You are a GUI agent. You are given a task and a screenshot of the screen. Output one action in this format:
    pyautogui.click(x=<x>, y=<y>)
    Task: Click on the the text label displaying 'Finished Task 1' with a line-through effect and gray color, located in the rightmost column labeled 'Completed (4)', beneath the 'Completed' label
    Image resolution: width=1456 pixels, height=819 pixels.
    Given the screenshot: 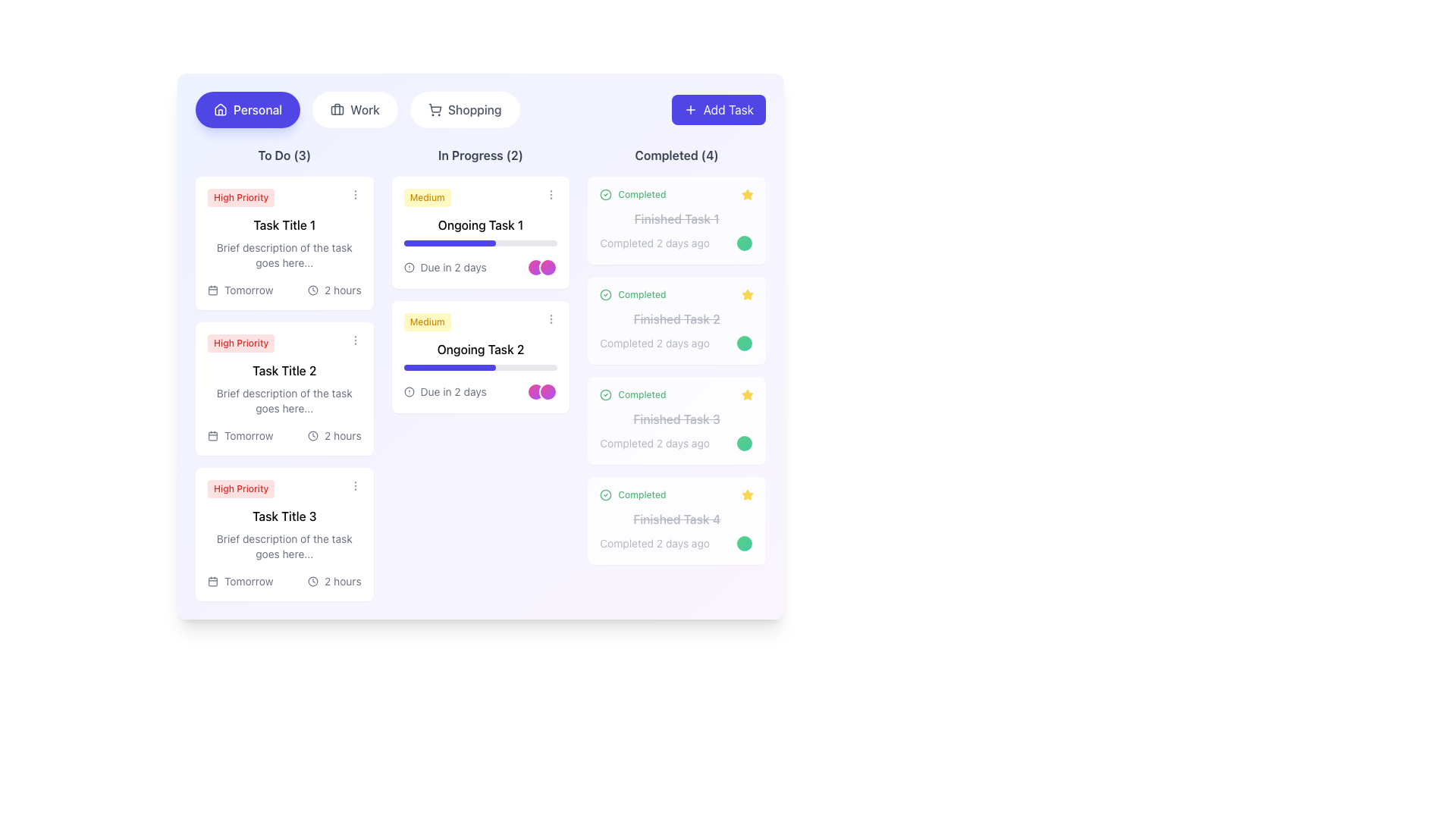 What is the action you would take?
    pyautogui.click(x=676, y=219)
    